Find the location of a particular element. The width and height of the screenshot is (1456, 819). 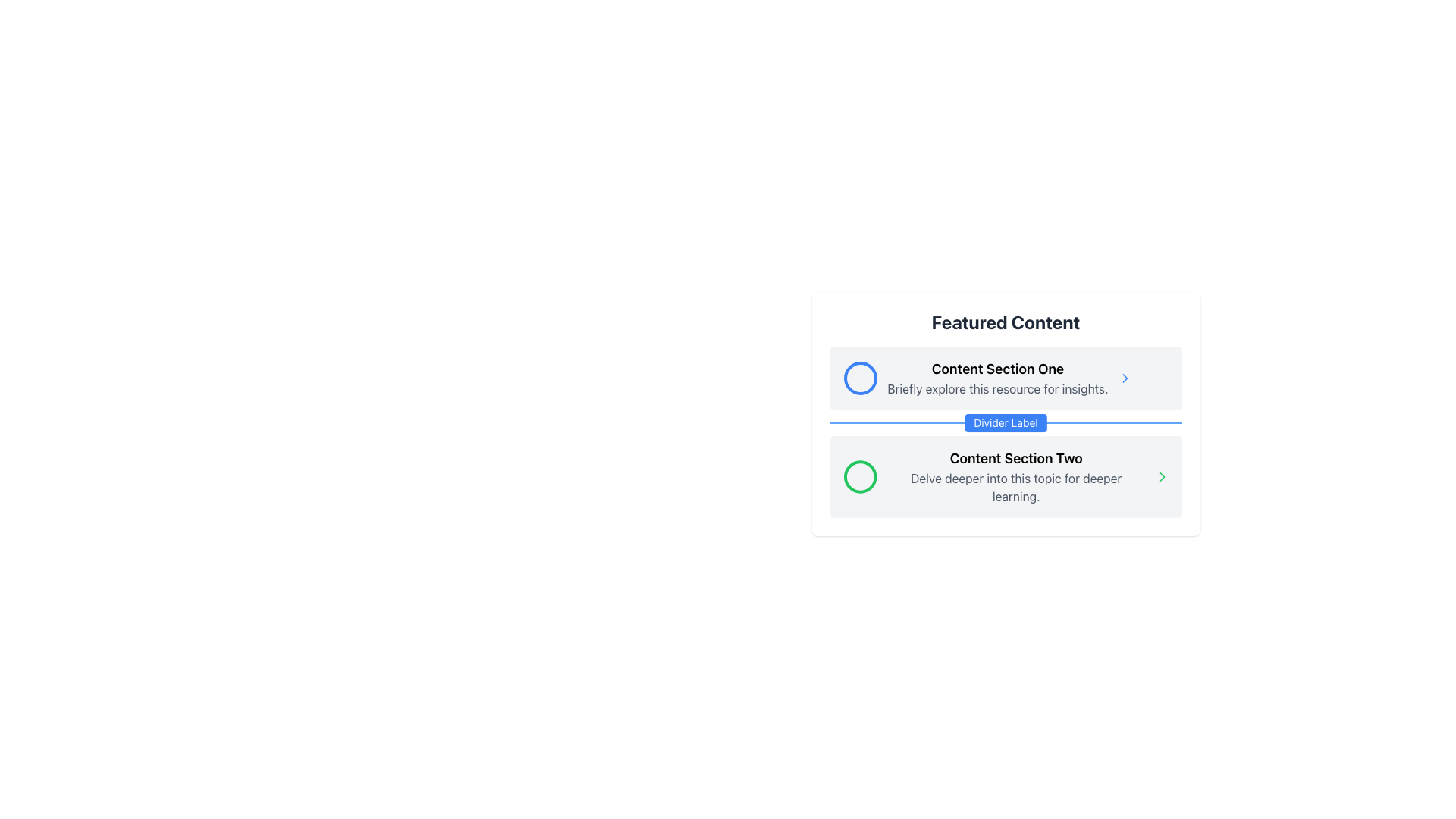

the Button-like Content Section with the title 'Content Section One' is located at coordinates (1006, 377).